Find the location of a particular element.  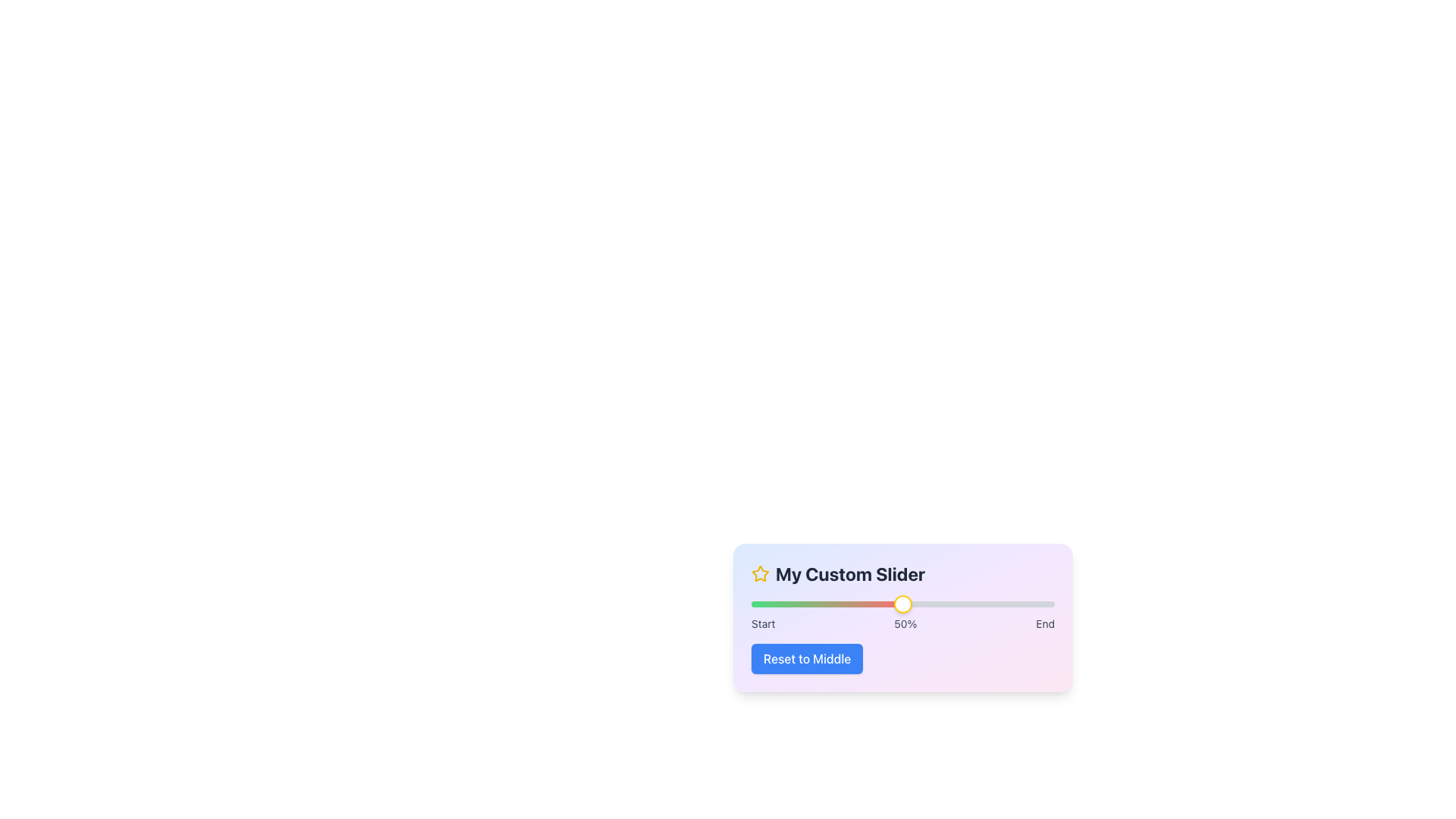

the informational text labels that display 'Start', '50%', and 'End' within the 'My Custom Slider' card, located below the slider and above the 'Reset to Middle' button is located at coordinates (902, 623).